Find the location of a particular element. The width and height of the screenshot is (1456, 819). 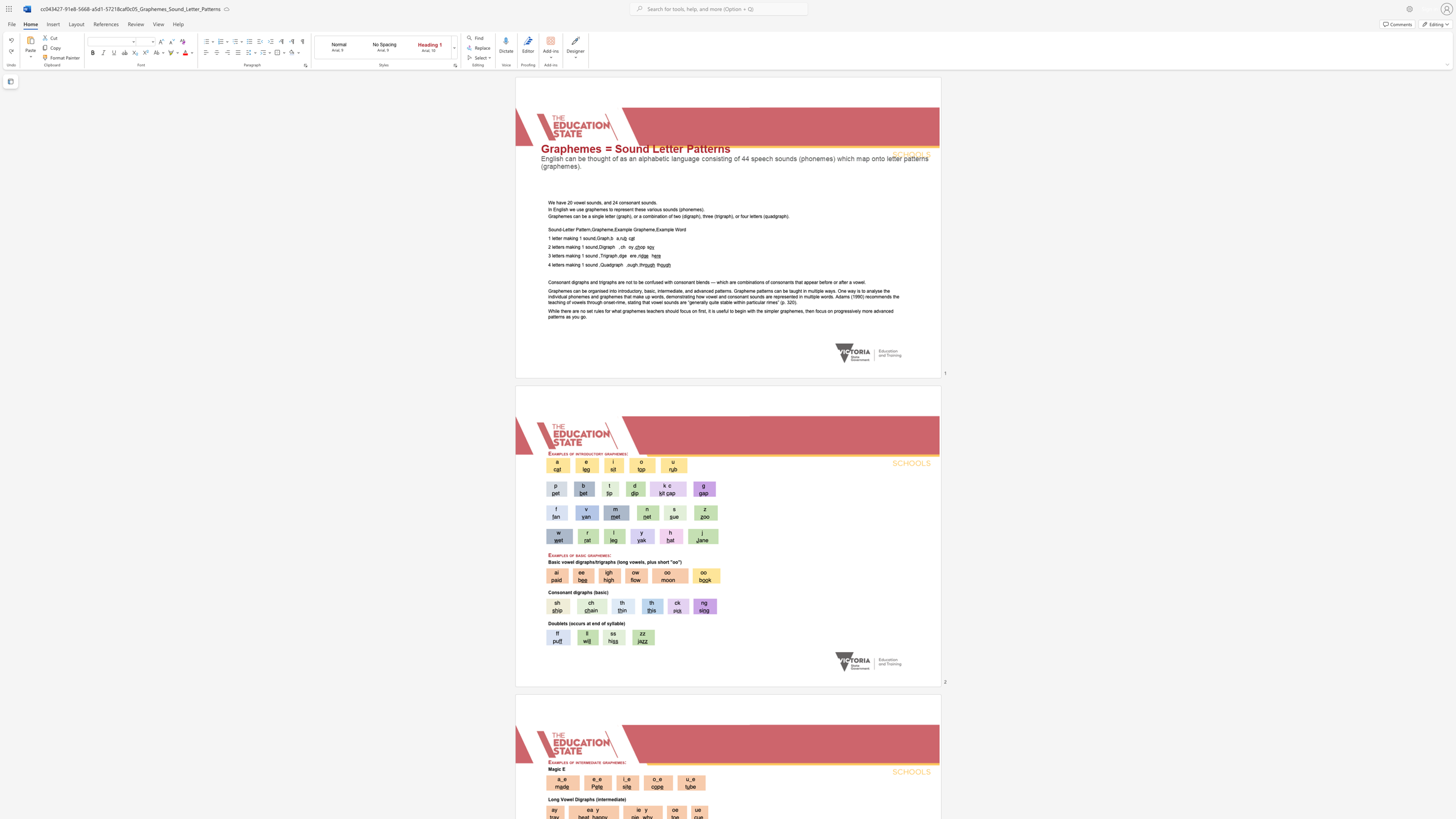

the space between the continuous character "n" and "d" in the text is located at coordinates (595, 255).